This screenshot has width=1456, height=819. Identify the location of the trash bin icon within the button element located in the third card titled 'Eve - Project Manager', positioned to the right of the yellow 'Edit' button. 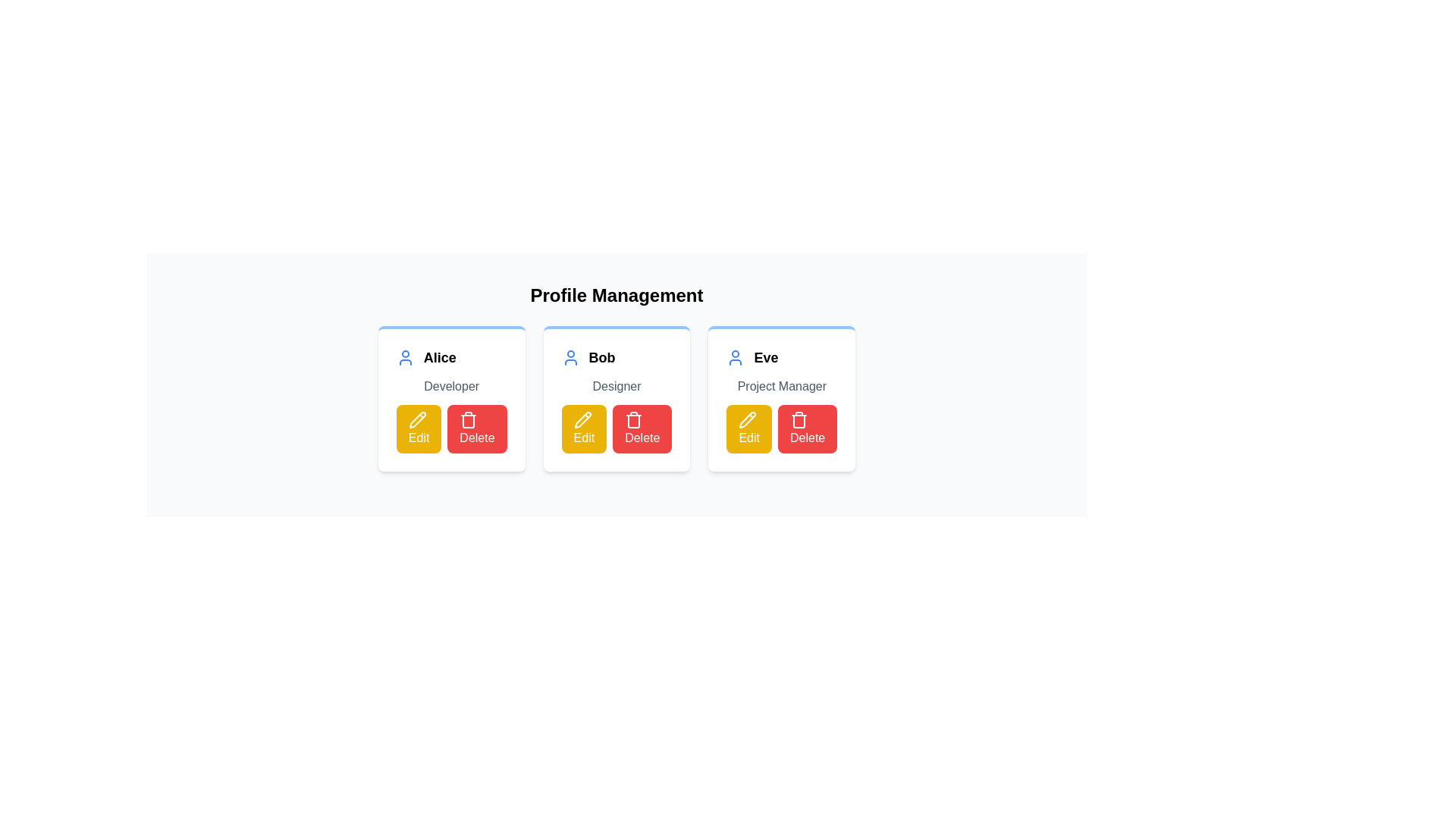
(798, 420).